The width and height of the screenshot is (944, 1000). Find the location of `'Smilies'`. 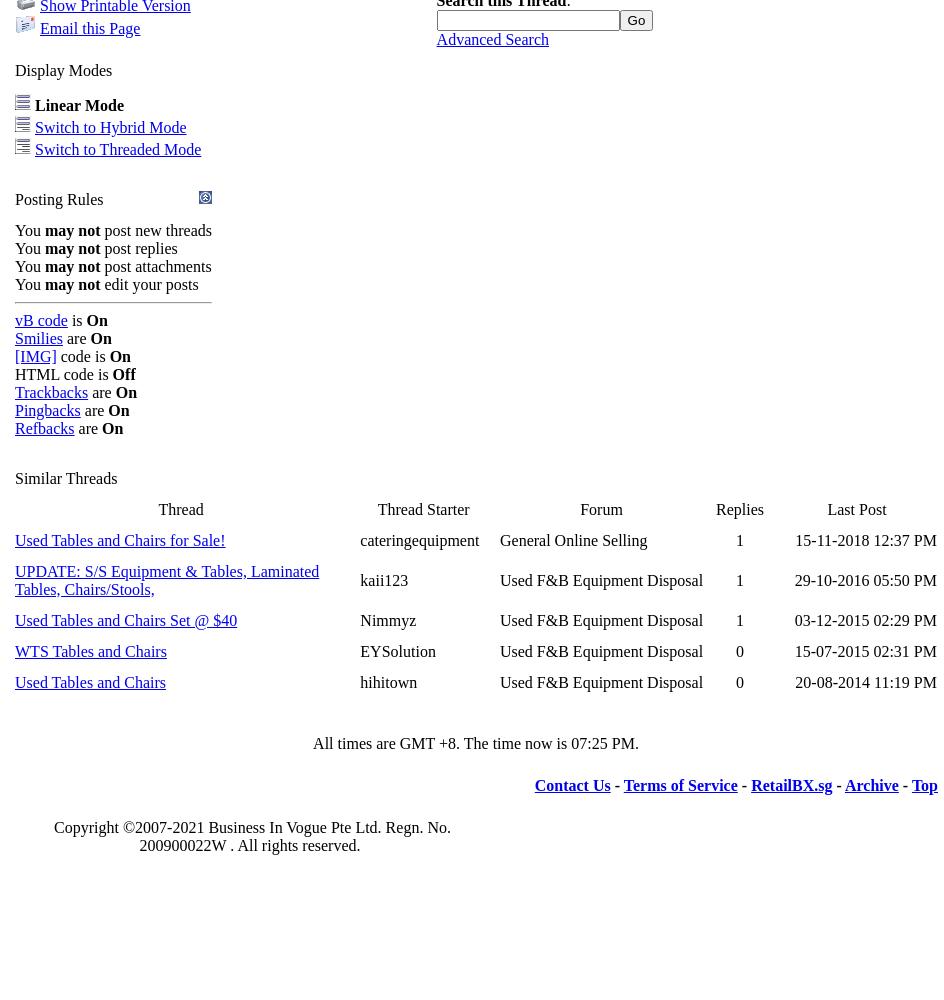

'Smilies' is located at coordinates (38, 336).